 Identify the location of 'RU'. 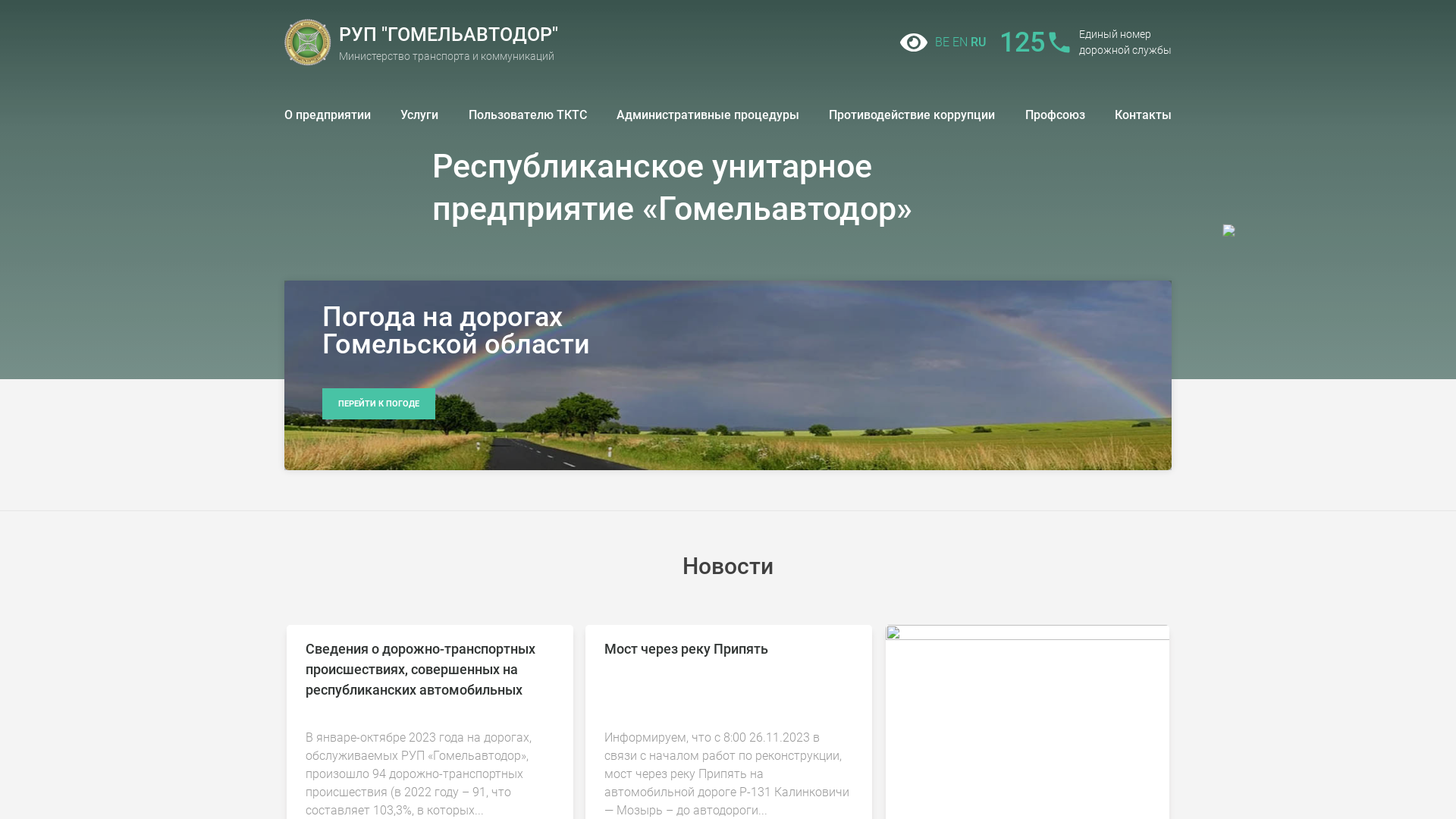
(978, 41).